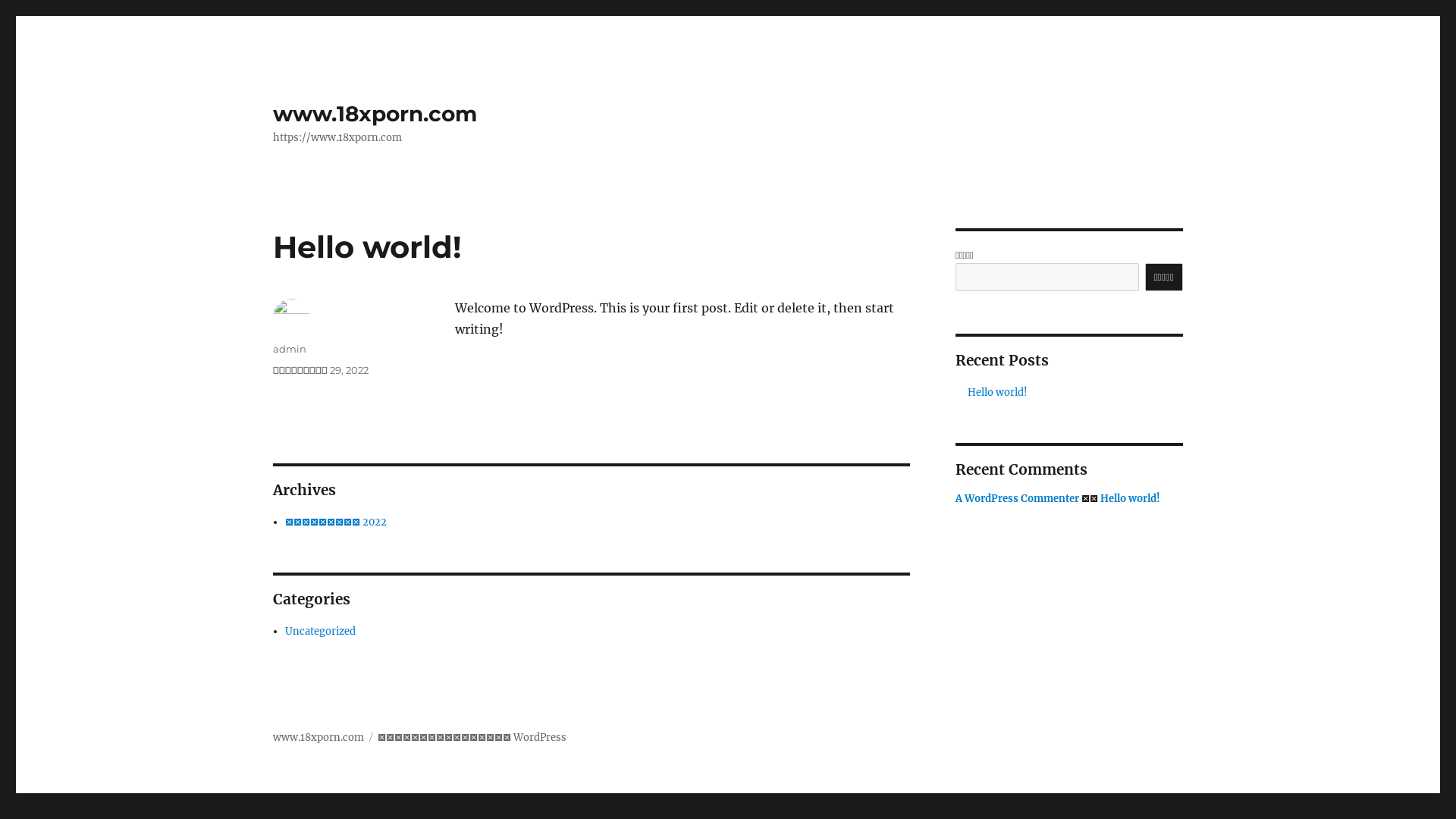 The height and width of the screenshot is (819, 1456). I want to click on 'www.18xporn.com', so click(375, 113).